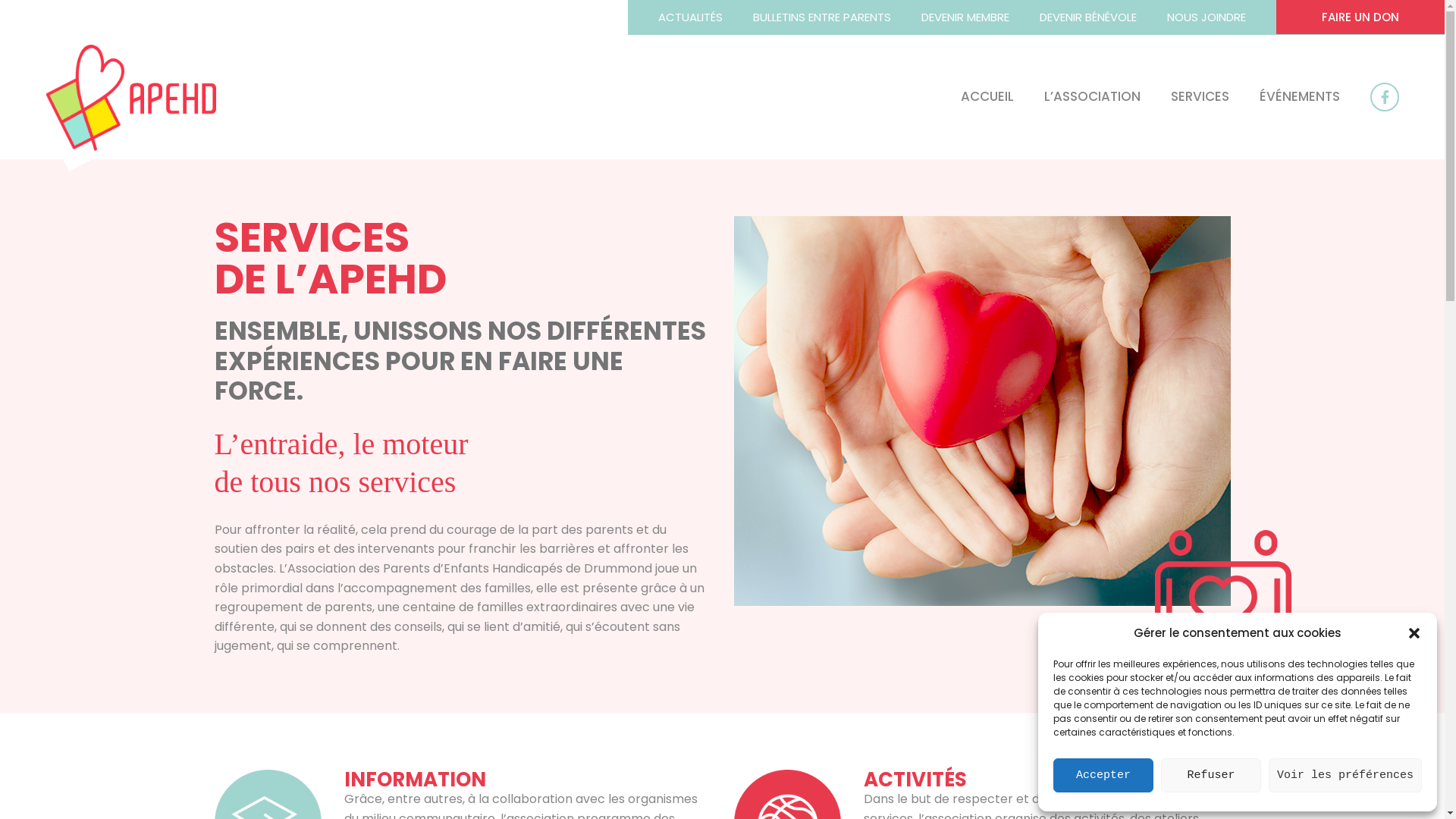 Image resolution: width=1456 pixels, height=819 pixels. What do you see at coordinates (1151, 17) in the screenshot?
I see `'NOUS JOINDRE'` at bounding box center [1151, 17].